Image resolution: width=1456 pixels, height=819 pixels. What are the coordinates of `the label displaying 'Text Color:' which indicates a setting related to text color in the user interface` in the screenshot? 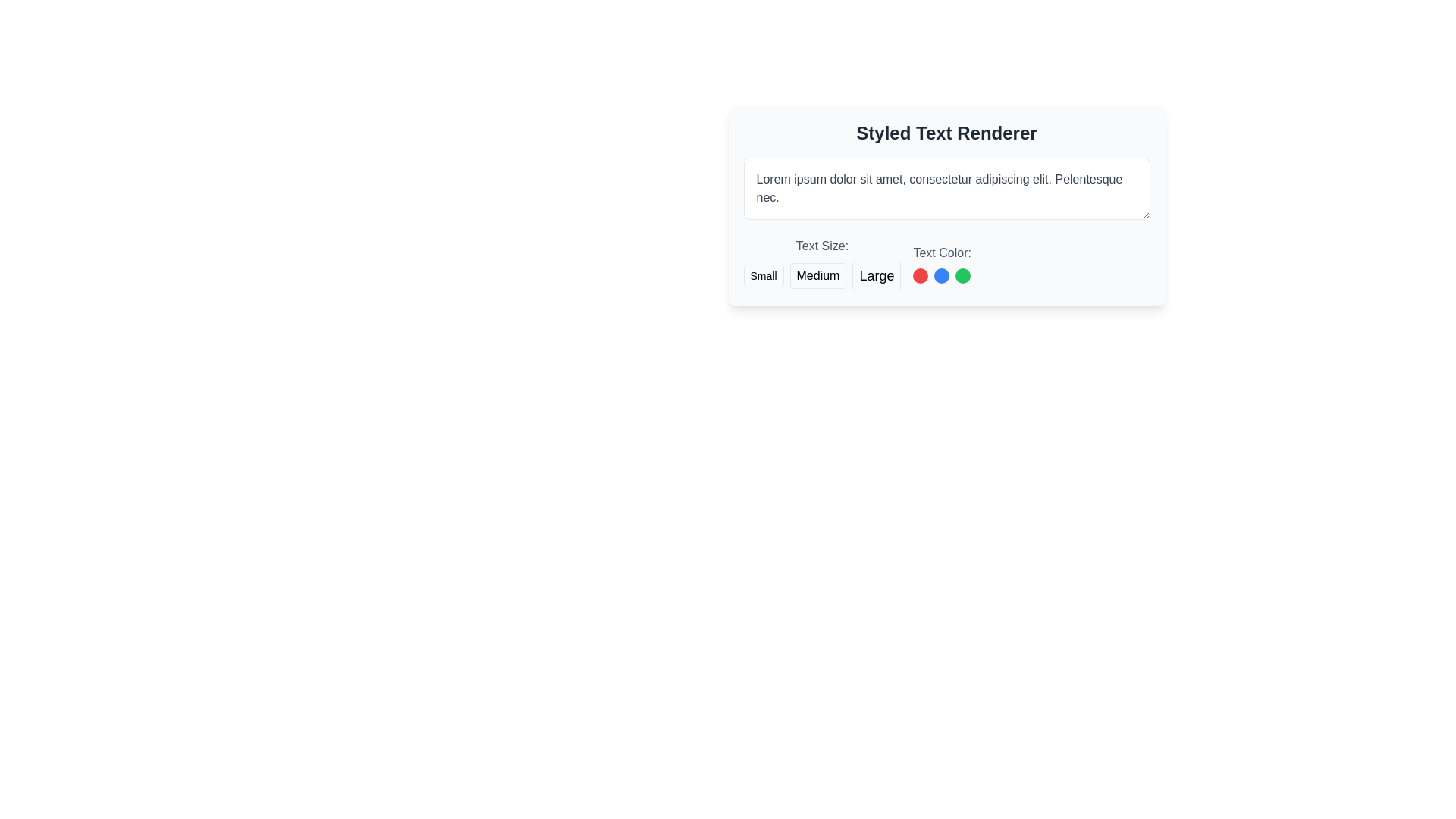 It's located at (941, 253).